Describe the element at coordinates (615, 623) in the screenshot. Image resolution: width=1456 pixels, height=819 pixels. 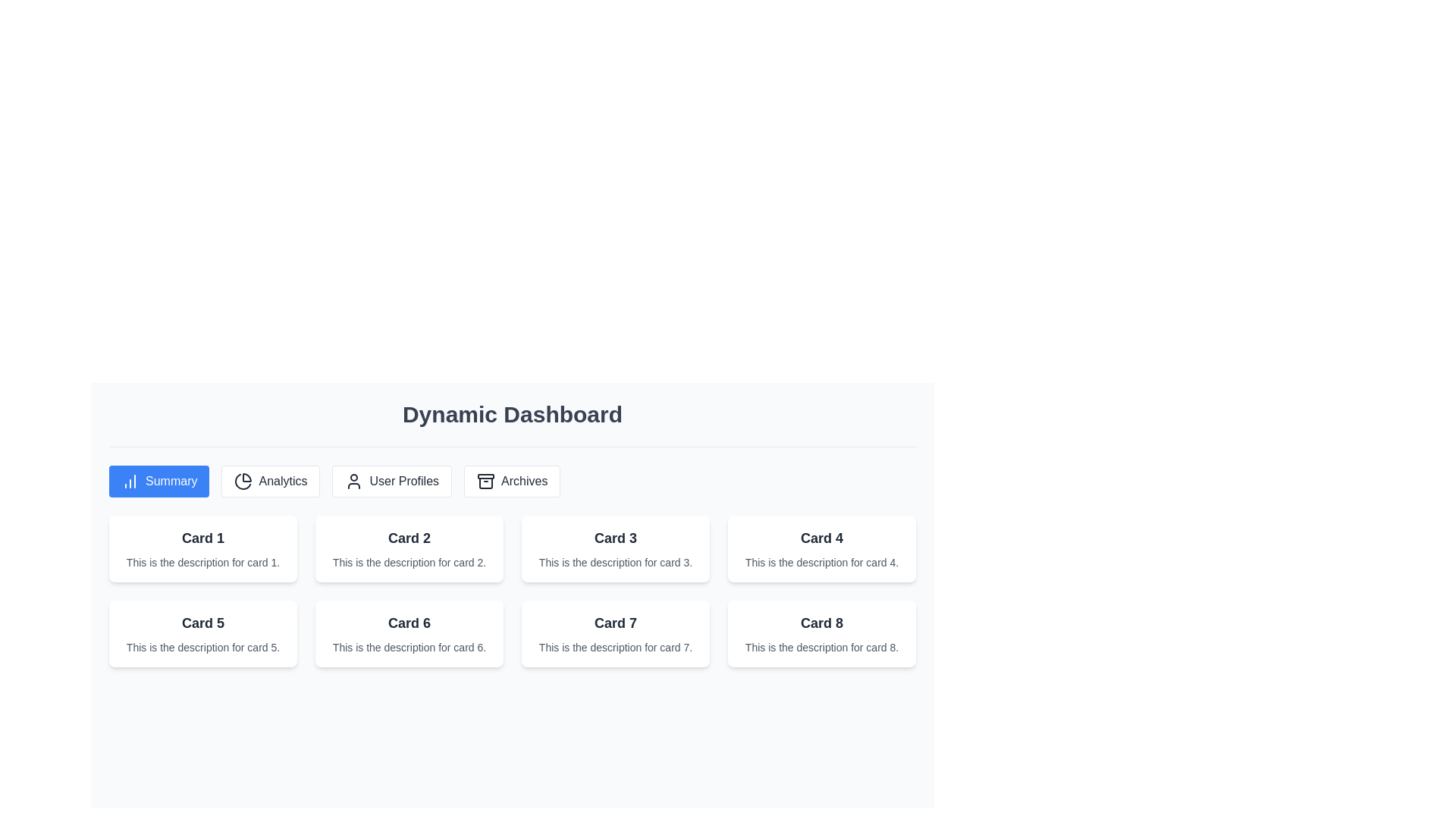
I see `the text content of the element displaying 'Card 7', which is a bolded title in dark gray color, located in the second row, third column of the grid layout` at that location.